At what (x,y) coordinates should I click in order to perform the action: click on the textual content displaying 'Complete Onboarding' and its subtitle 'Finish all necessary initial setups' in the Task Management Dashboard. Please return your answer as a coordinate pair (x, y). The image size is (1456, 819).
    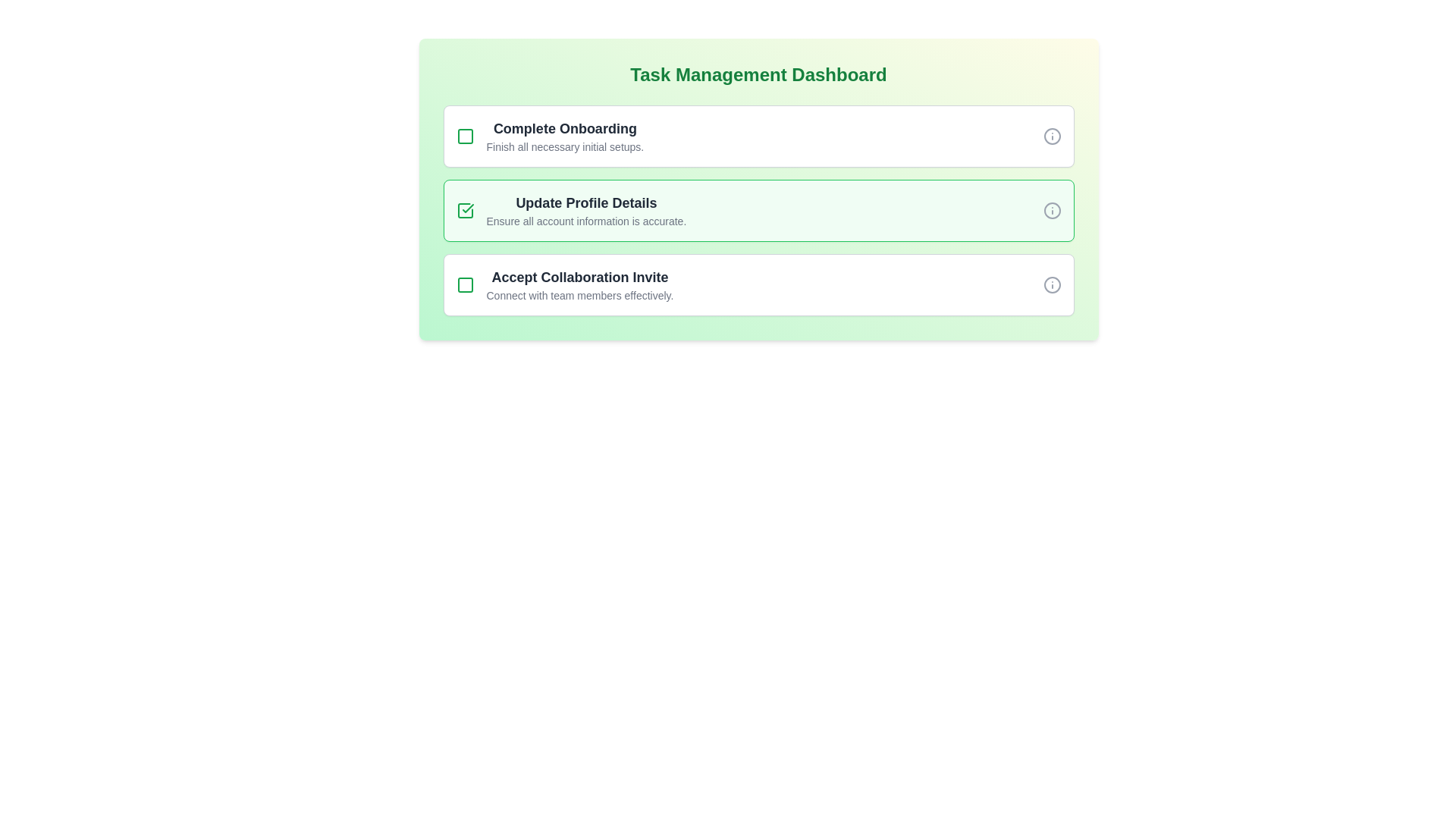
    Looking at the image, I should click on (564, 136).